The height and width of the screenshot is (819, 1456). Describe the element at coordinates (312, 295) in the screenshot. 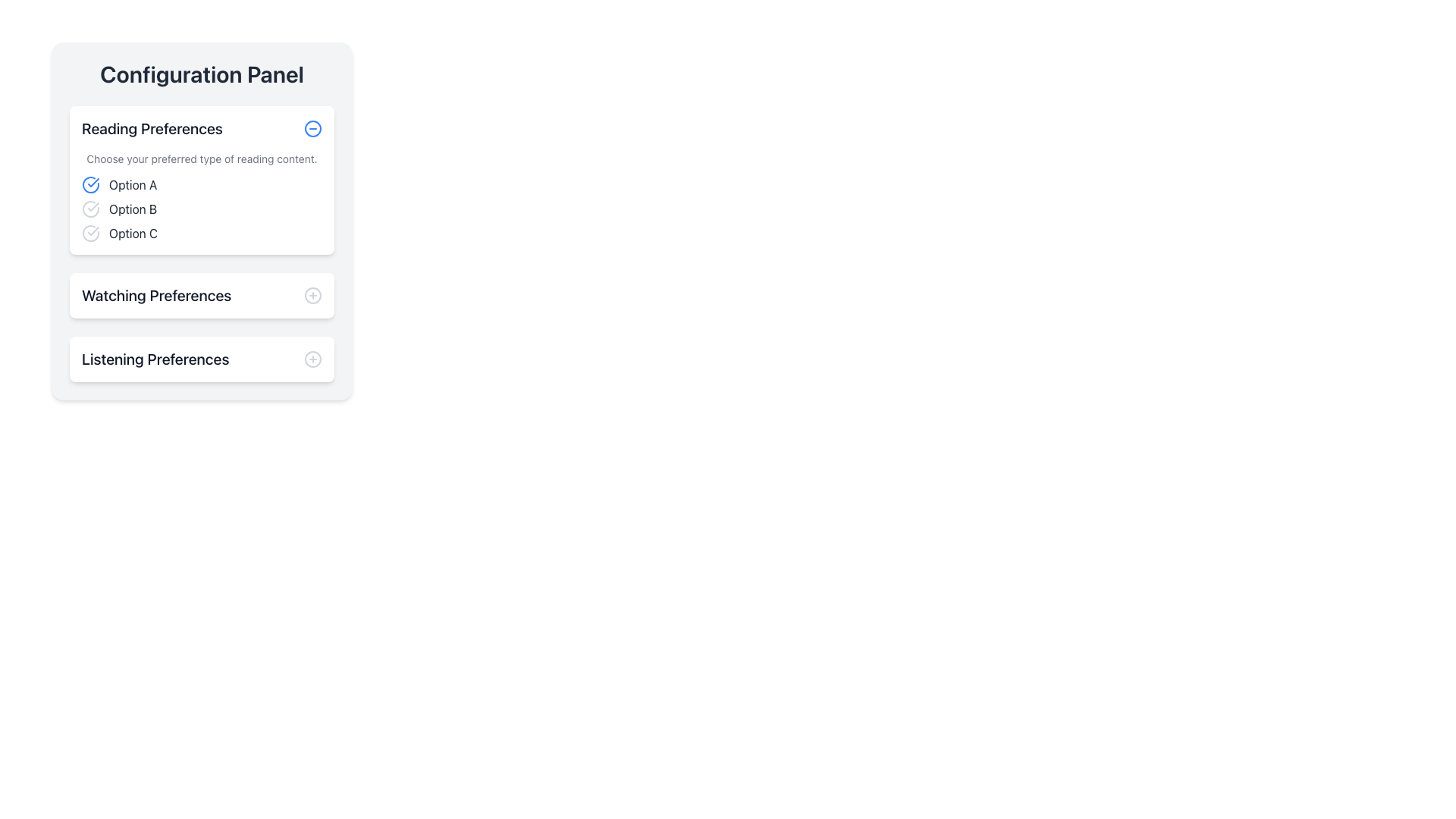

I see `the decorative graphic element (circle) that is part of the plus icon, located to the right of the 'Watching Preferences' text label in the configuration panel` at that location.